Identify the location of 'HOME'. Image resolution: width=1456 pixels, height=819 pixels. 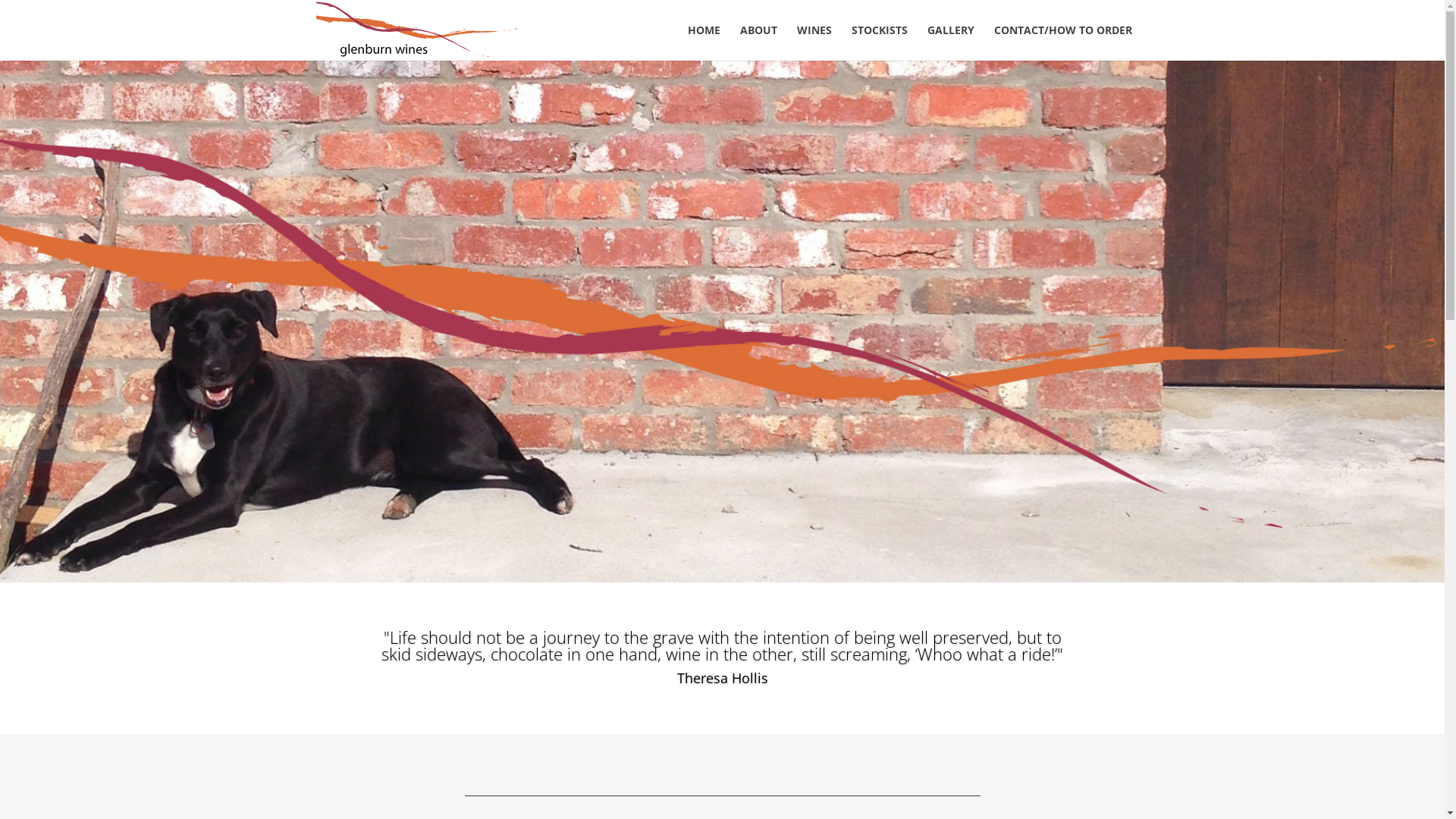
(702, 42).